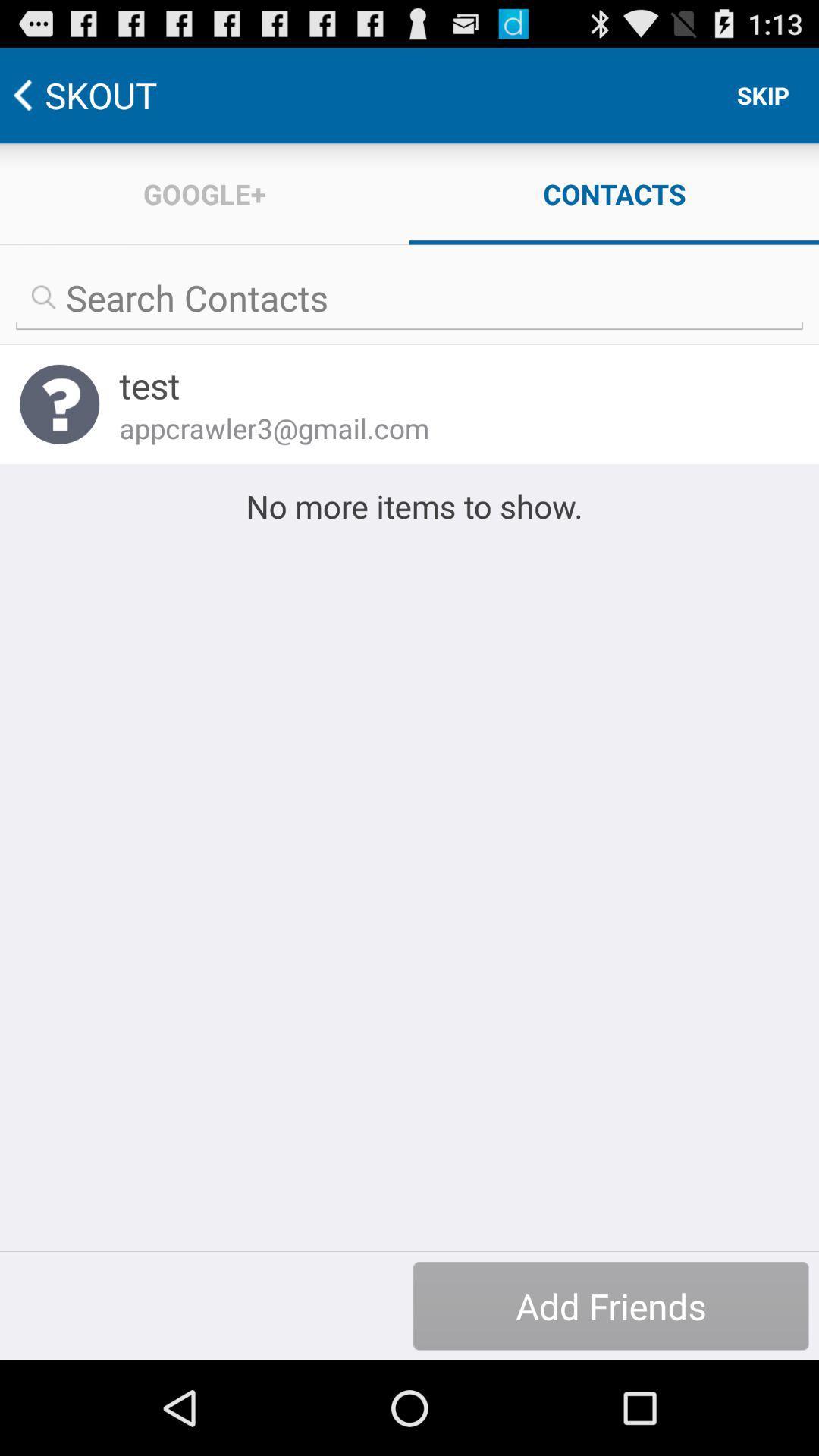  What do you see at coordinates (610, 1305) in the screenshot?
I see `add friends` at bounding box center [610, 1305].